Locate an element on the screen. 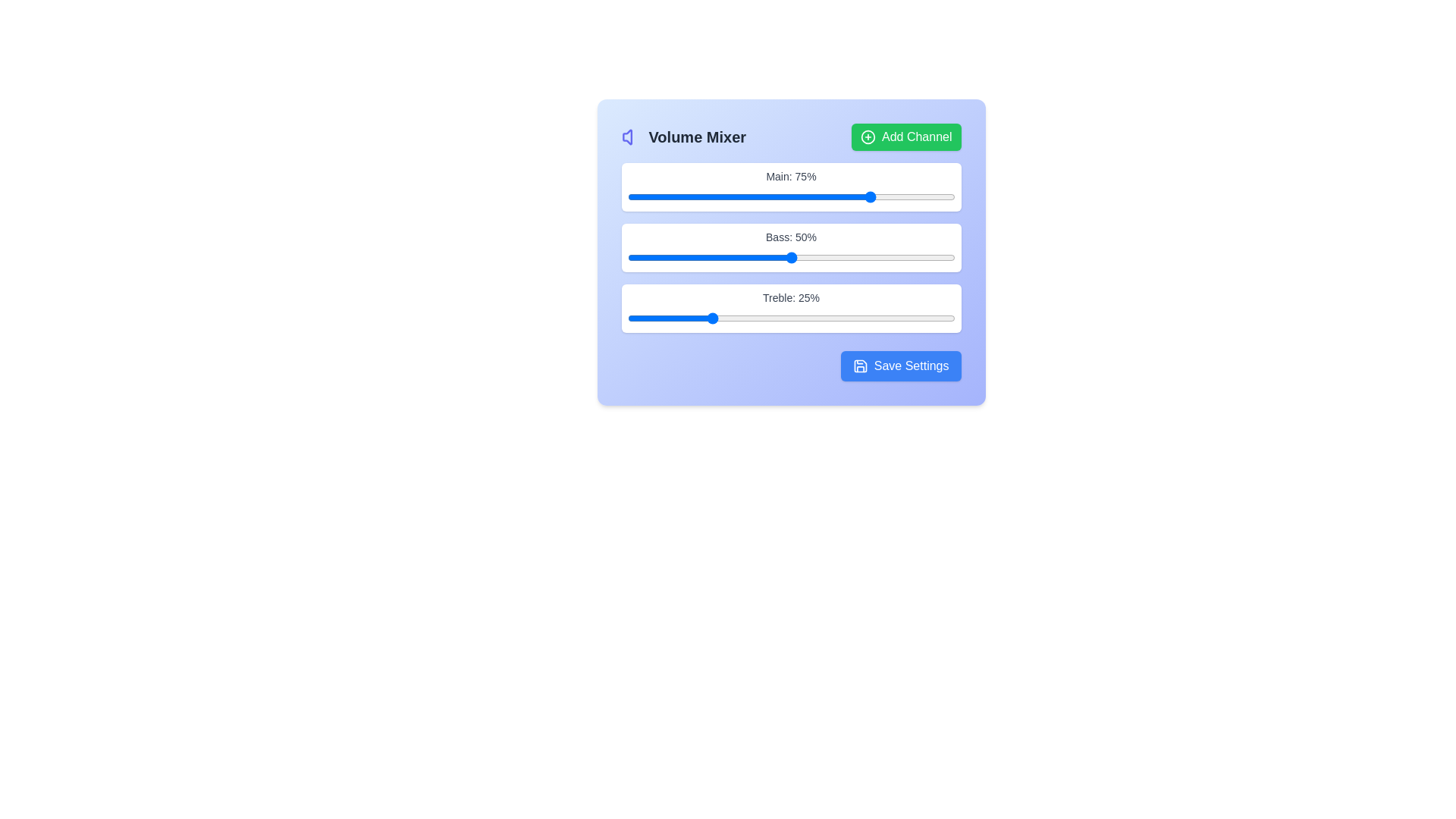 Image resolution: width=1456 pixels, height=819 pixels. treble is located at coordinates (870, 318).